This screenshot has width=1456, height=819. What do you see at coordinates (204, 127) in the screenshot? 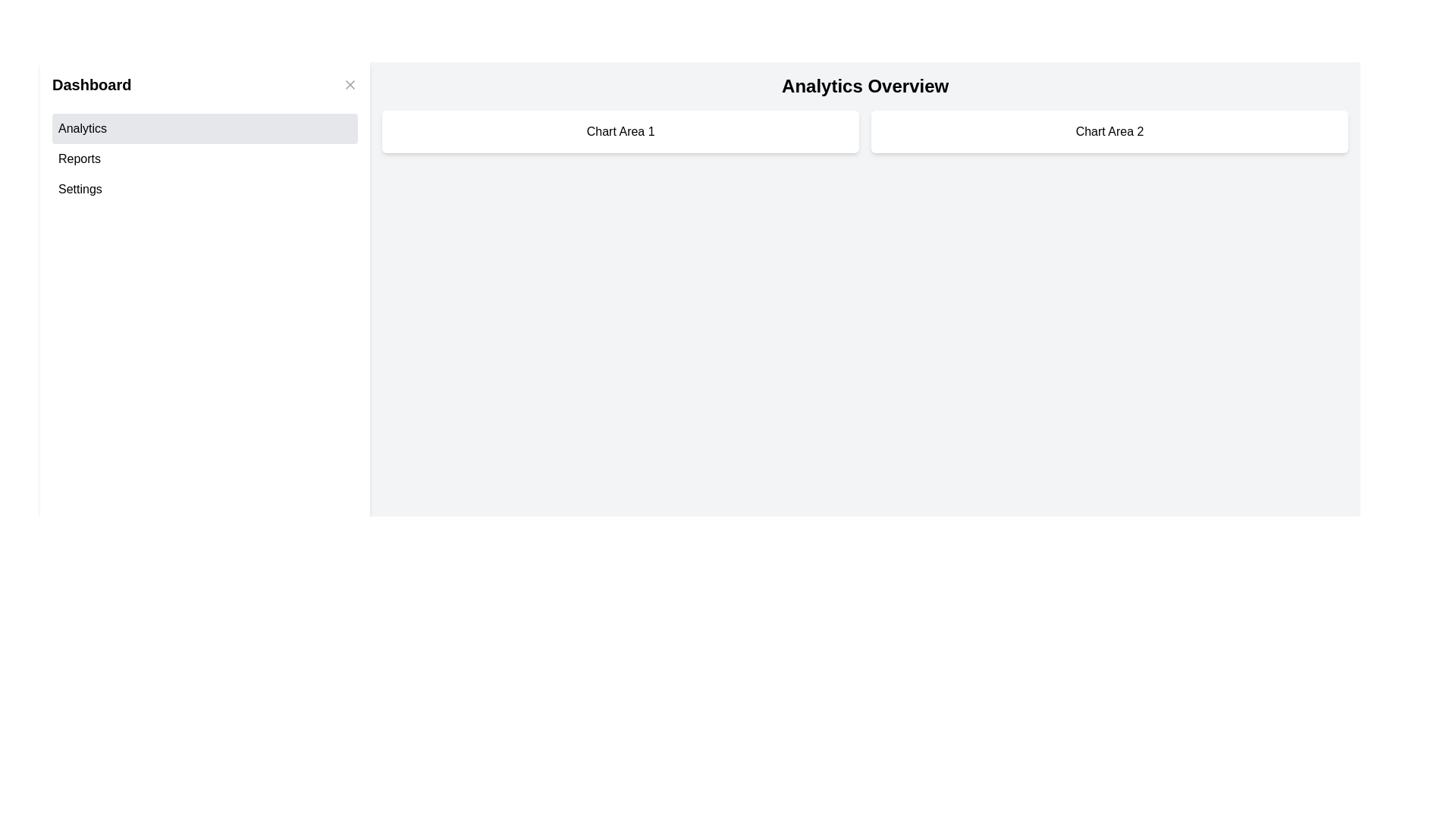
I see `the 'Analytics' button, which is a light gray rectangular button with rounded corners located in the left sidebar under the 'Dashboard' section` at bounding box center [204, 127].